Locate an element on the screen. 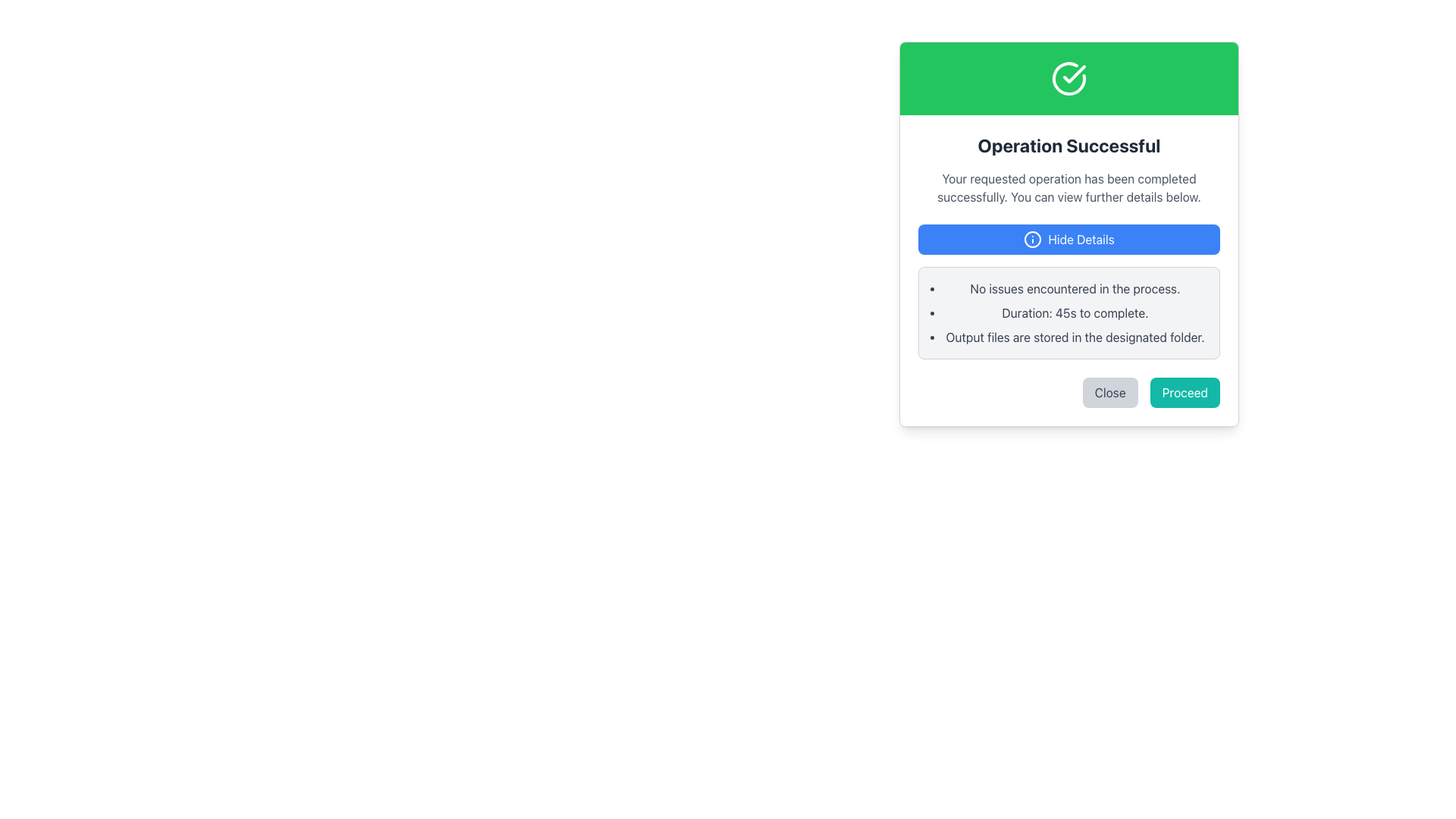  the static text element that indicates no issues were encountered during the process, located under the 'Operation Successful' header in the dialog box is located at coordinates (1074, 289).